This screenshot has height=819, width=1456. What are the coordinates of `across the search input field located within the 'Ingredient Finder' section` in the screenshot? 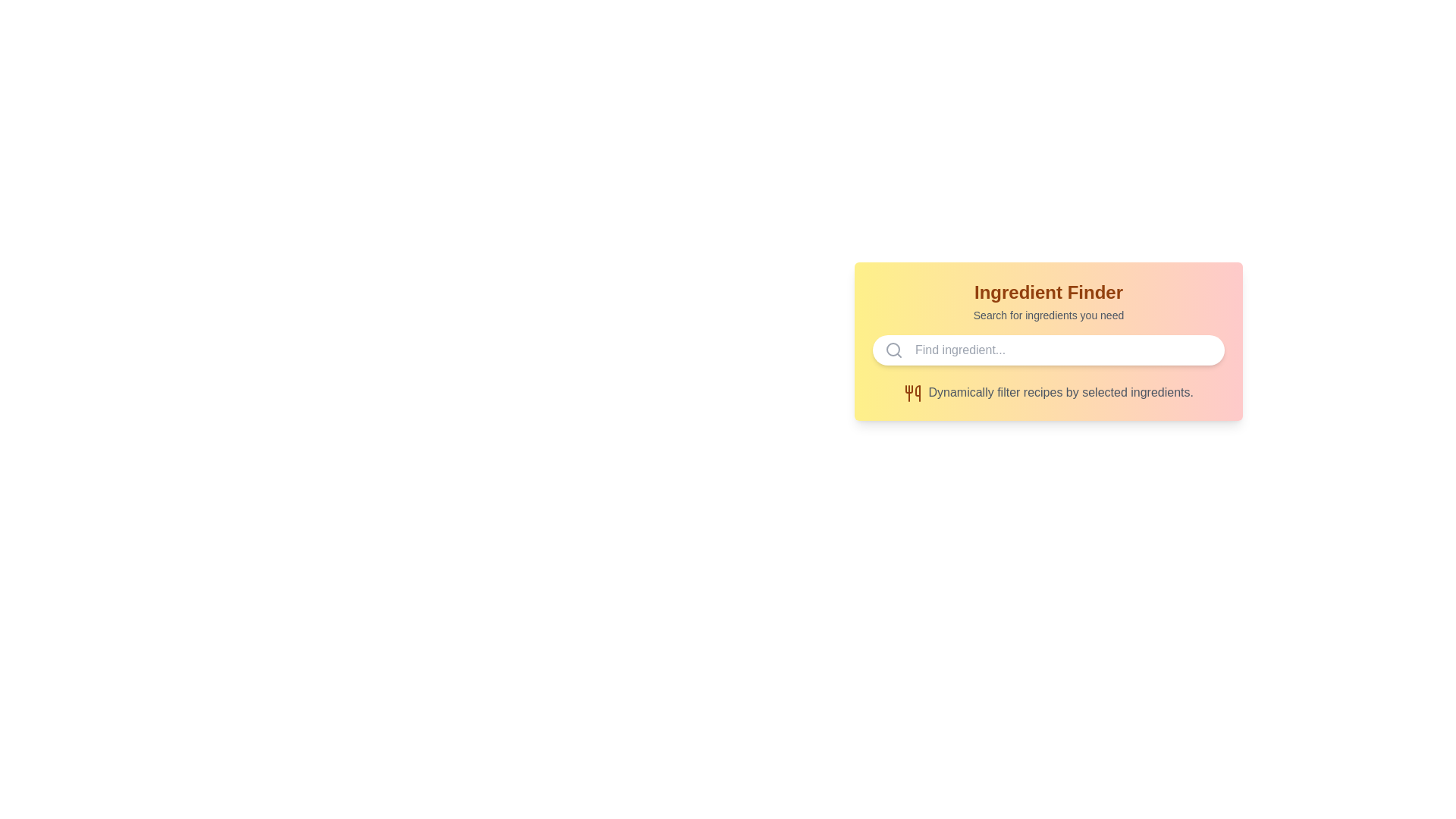 It's located at (1047, 350).